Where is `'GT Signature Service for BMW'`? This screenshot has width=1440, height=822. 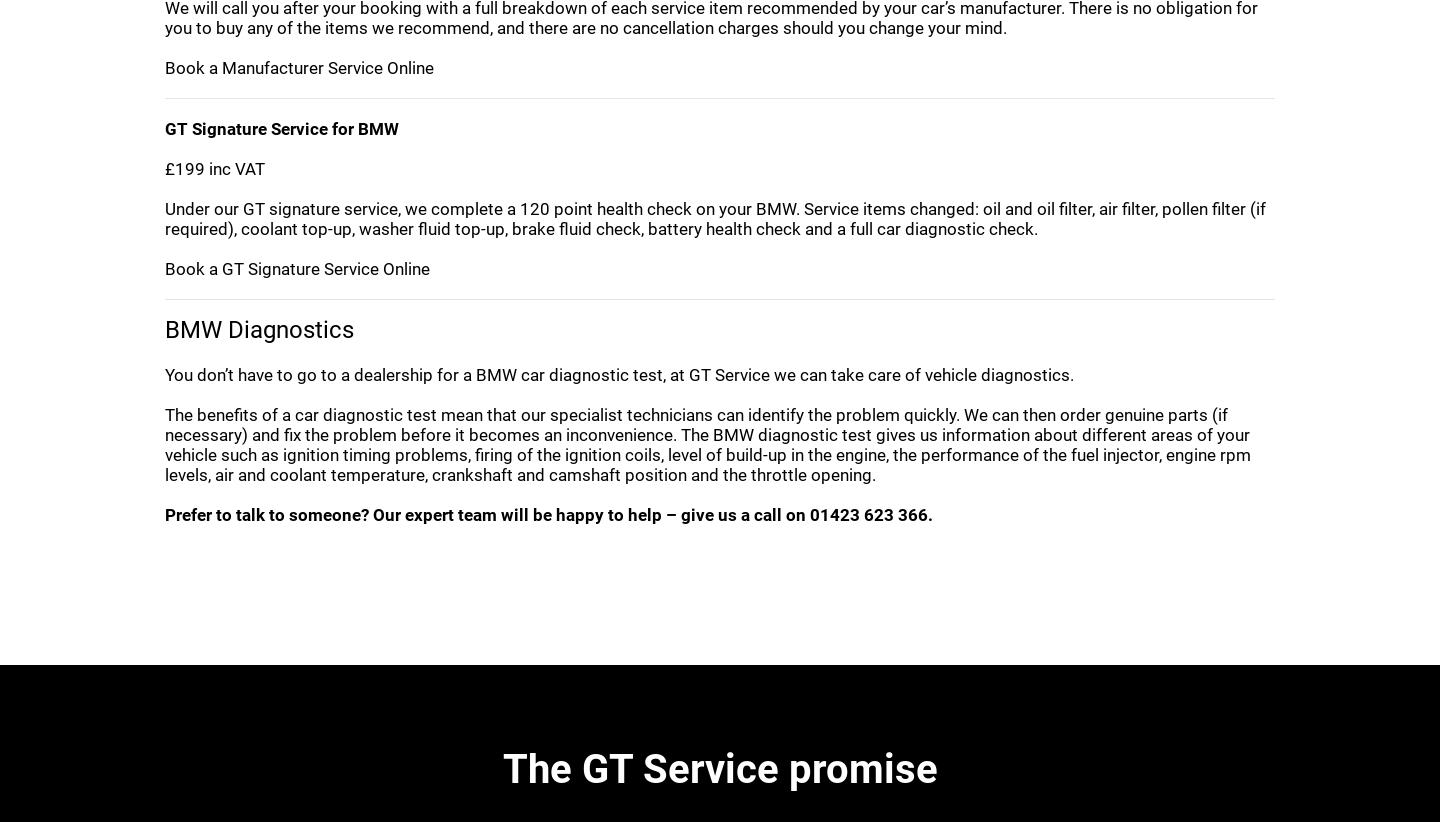
'GT Signature Service for BMW' is located at coordinates (164, 127).